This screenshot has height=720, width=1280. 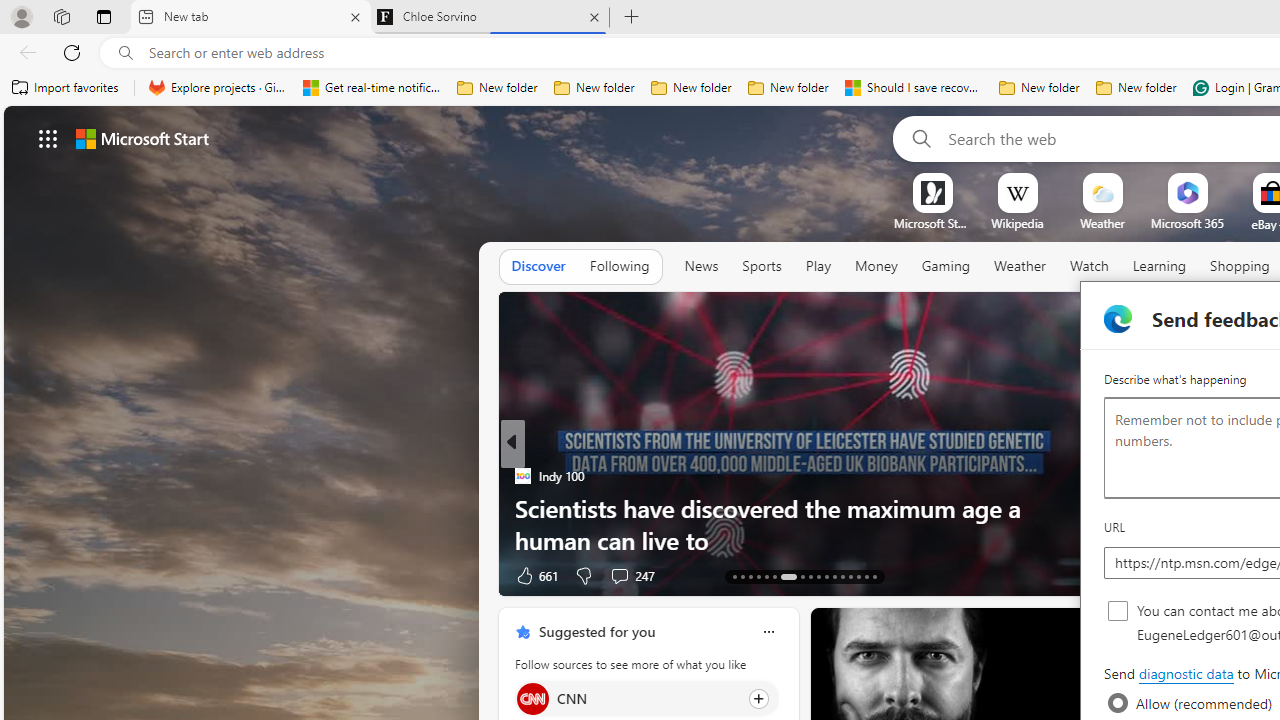 I want to click on 'Play', so click(x=817, y=265).